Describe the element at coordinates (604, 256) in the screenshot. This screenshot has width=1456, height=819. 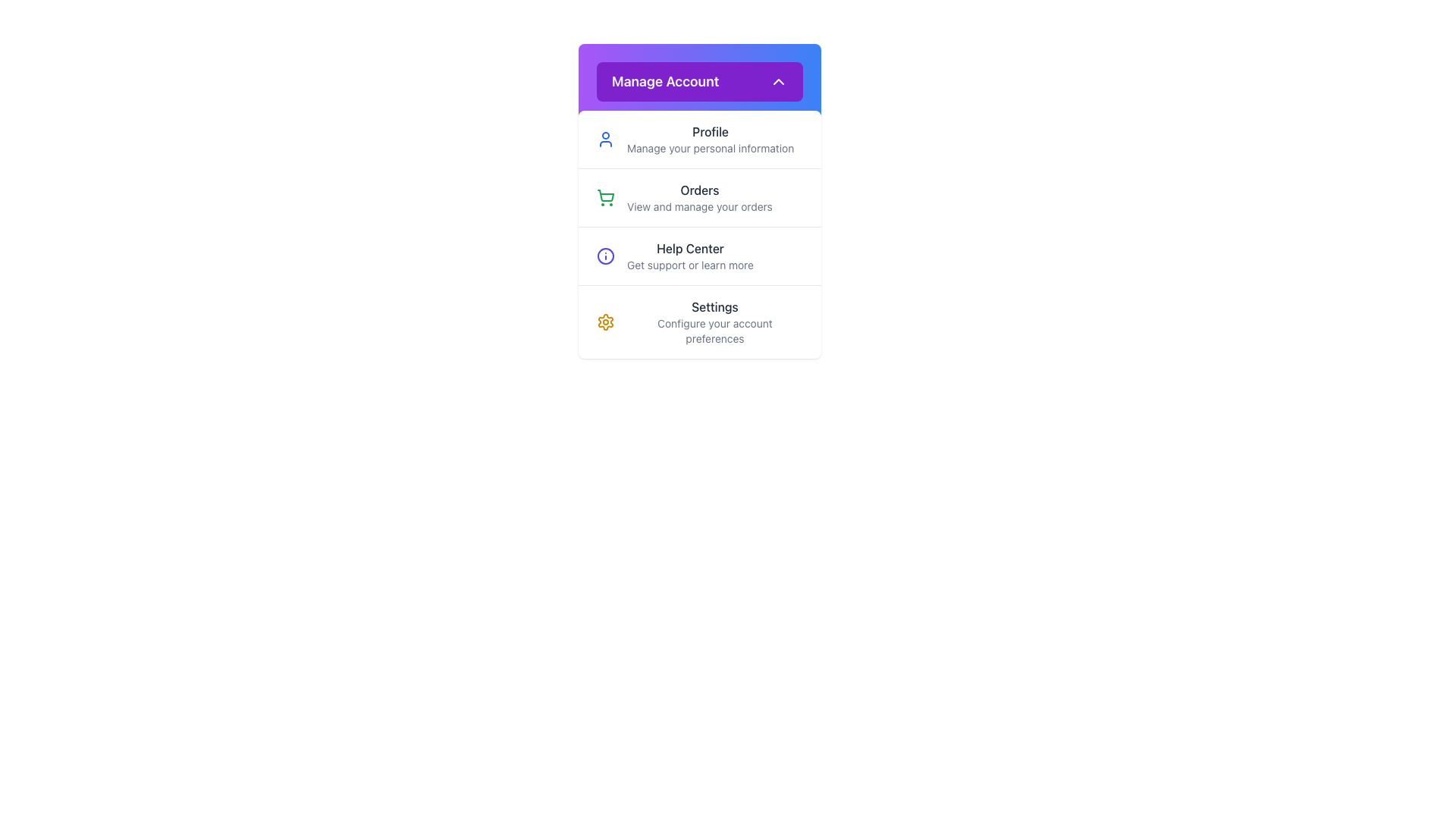
I see `the 'Help Center' icon in the dropdown menu under the 'Manage Account' section, which visually represents the option` at that location.